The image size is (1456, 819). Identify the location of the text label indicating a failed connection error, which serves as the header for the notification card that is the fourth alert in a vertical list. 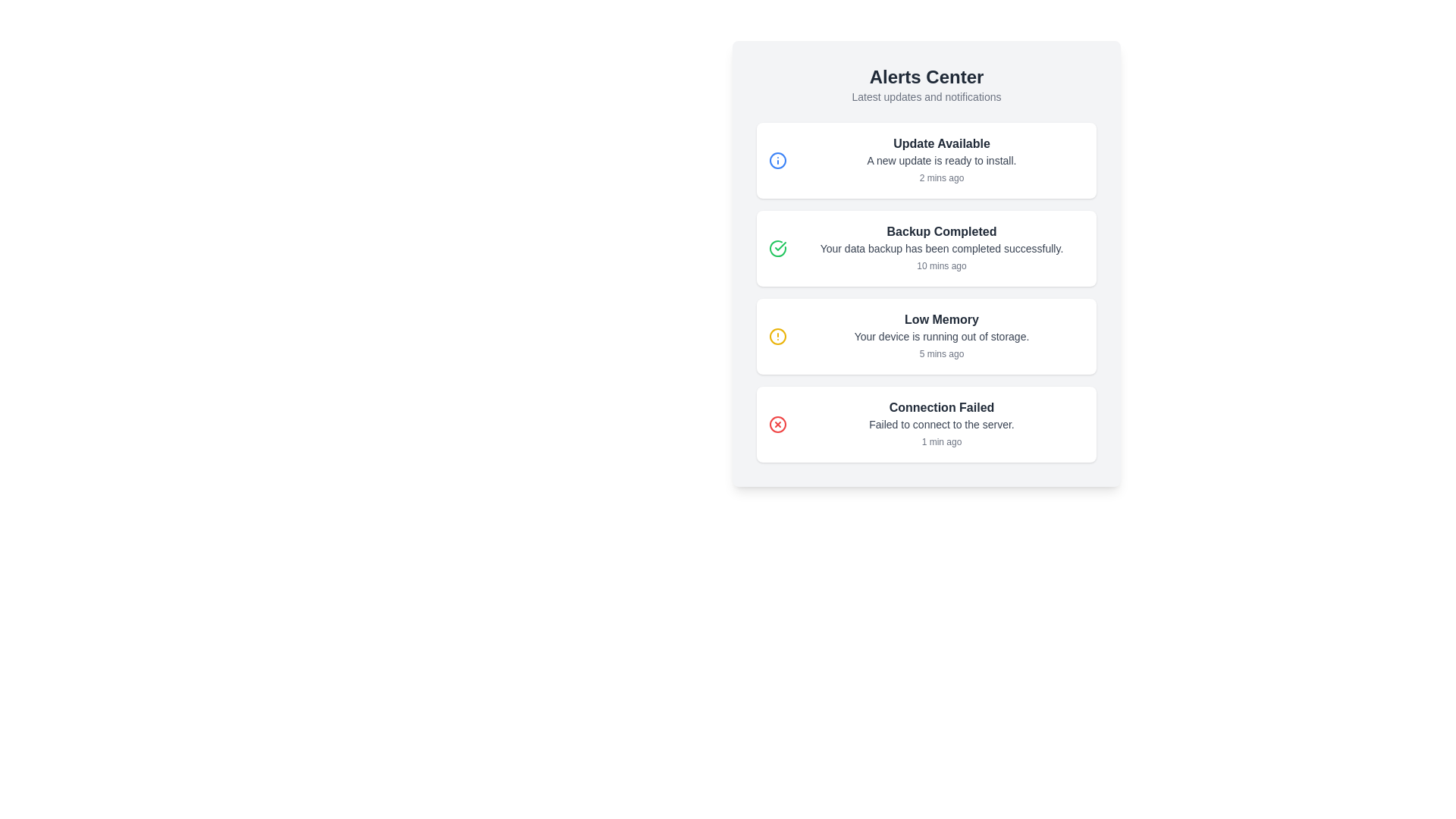
(941, 406).